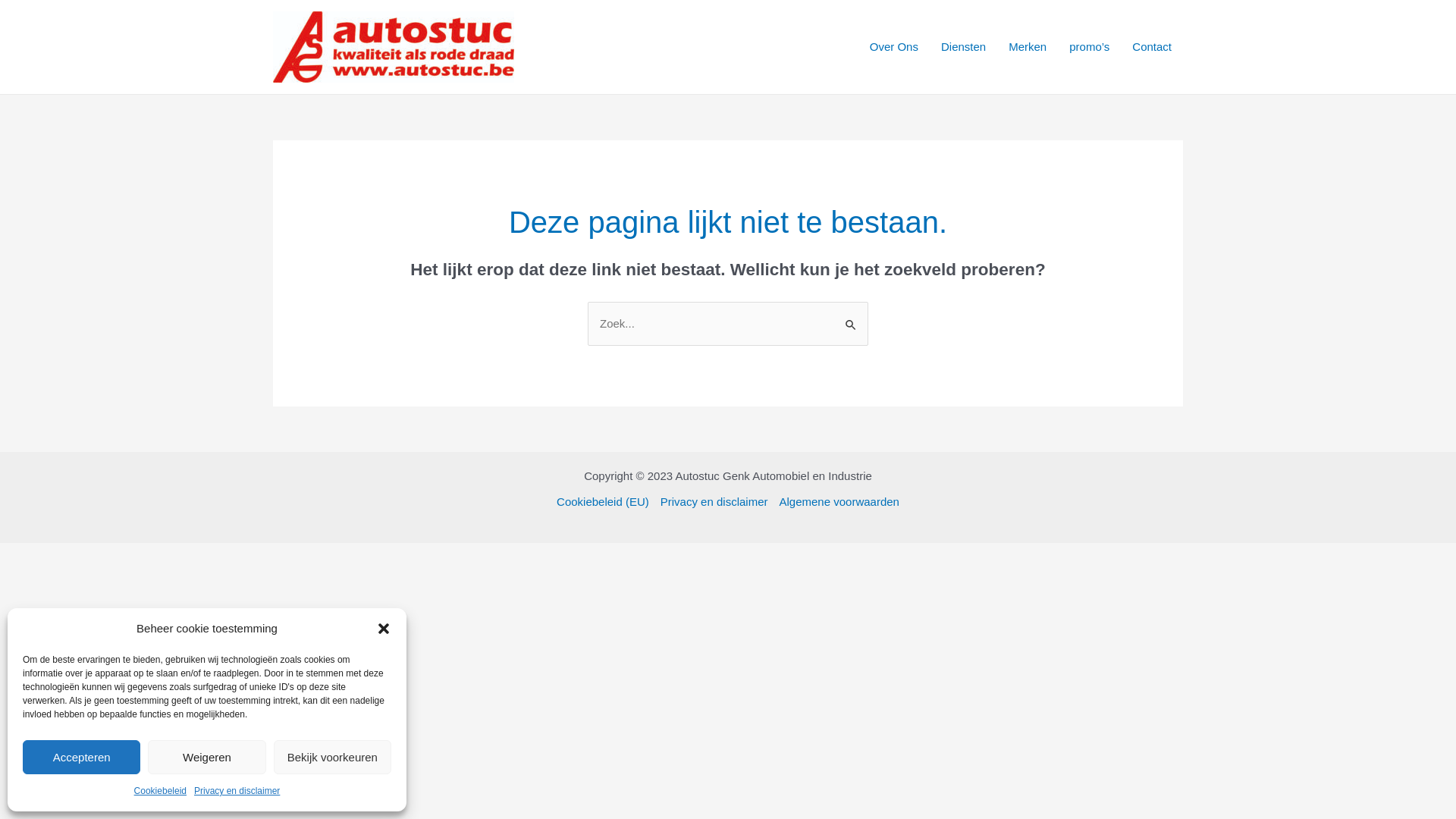 Image resolution: width=1456 pixels, height=819 pixels. I want to click on 'Contact', so click(1151, 45).